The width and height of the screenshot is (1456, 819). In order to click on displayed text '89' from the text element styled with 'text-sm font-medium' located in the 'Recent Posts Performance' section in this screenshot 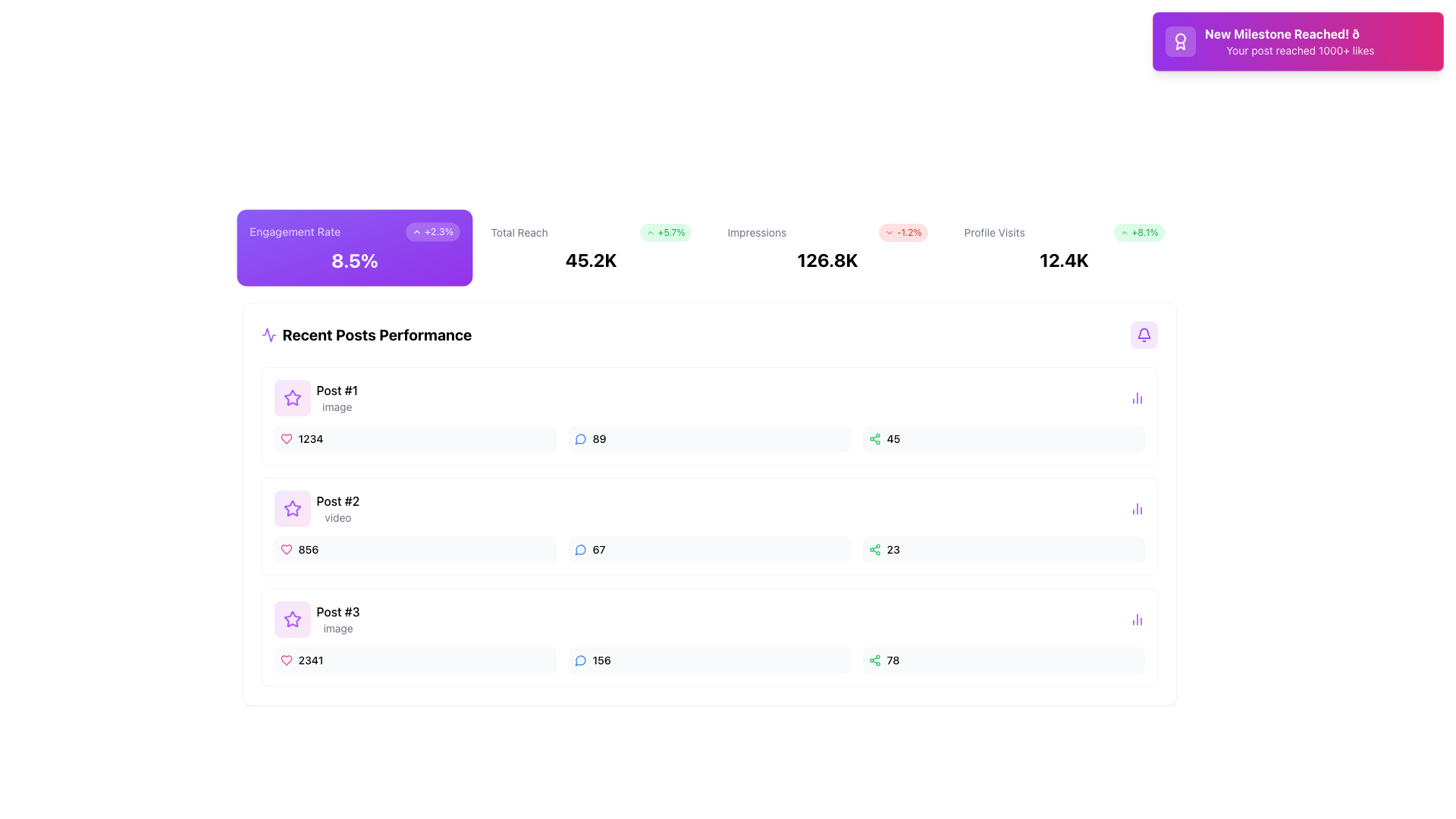, I will do `click(598, 438)`.